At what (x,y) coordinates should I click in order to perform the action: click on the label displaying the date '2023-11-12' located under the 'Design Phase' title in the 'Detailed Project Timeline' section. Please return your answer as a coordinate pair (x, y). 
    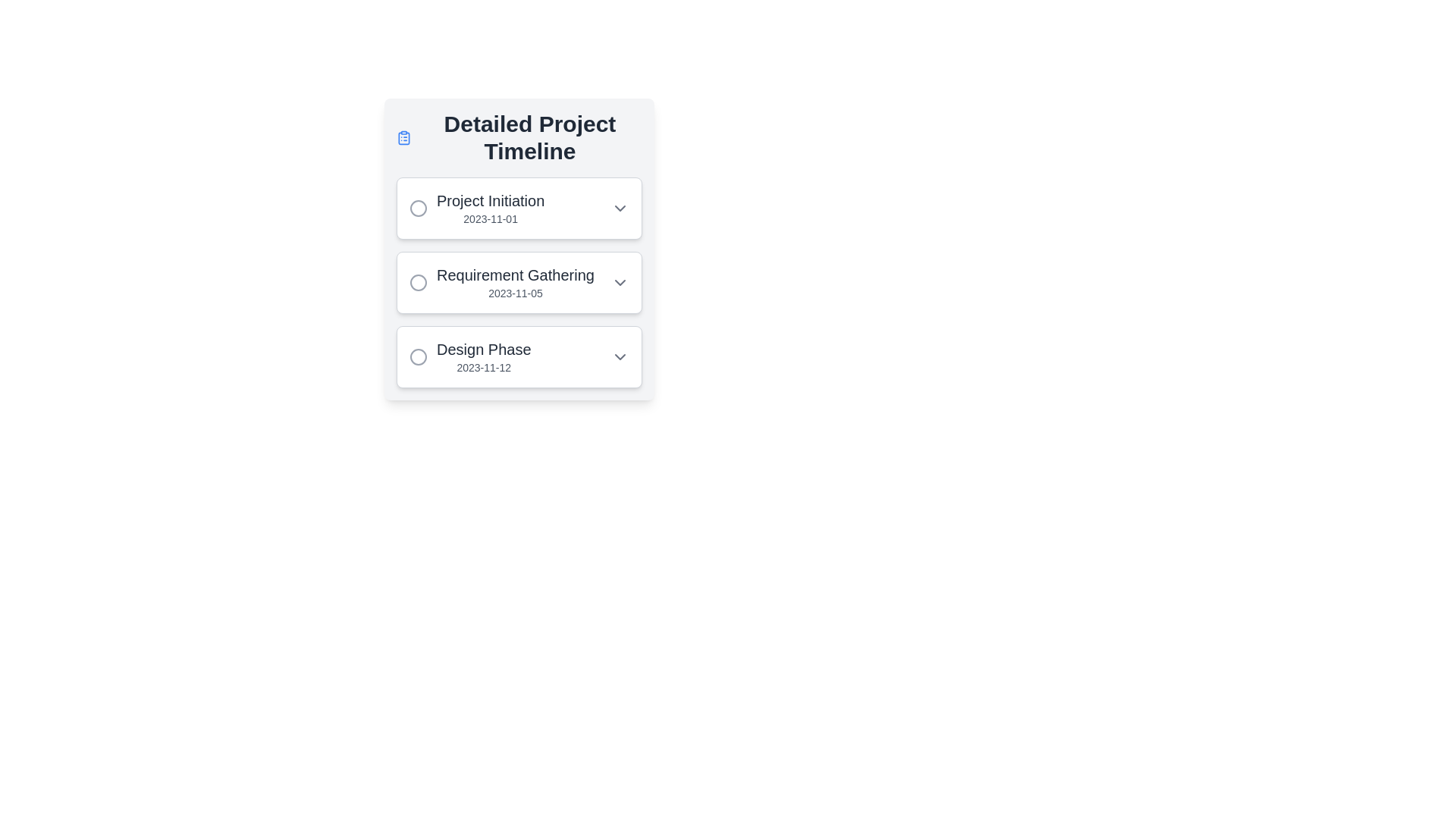
    Looking at the image, I should click on (483, 368).